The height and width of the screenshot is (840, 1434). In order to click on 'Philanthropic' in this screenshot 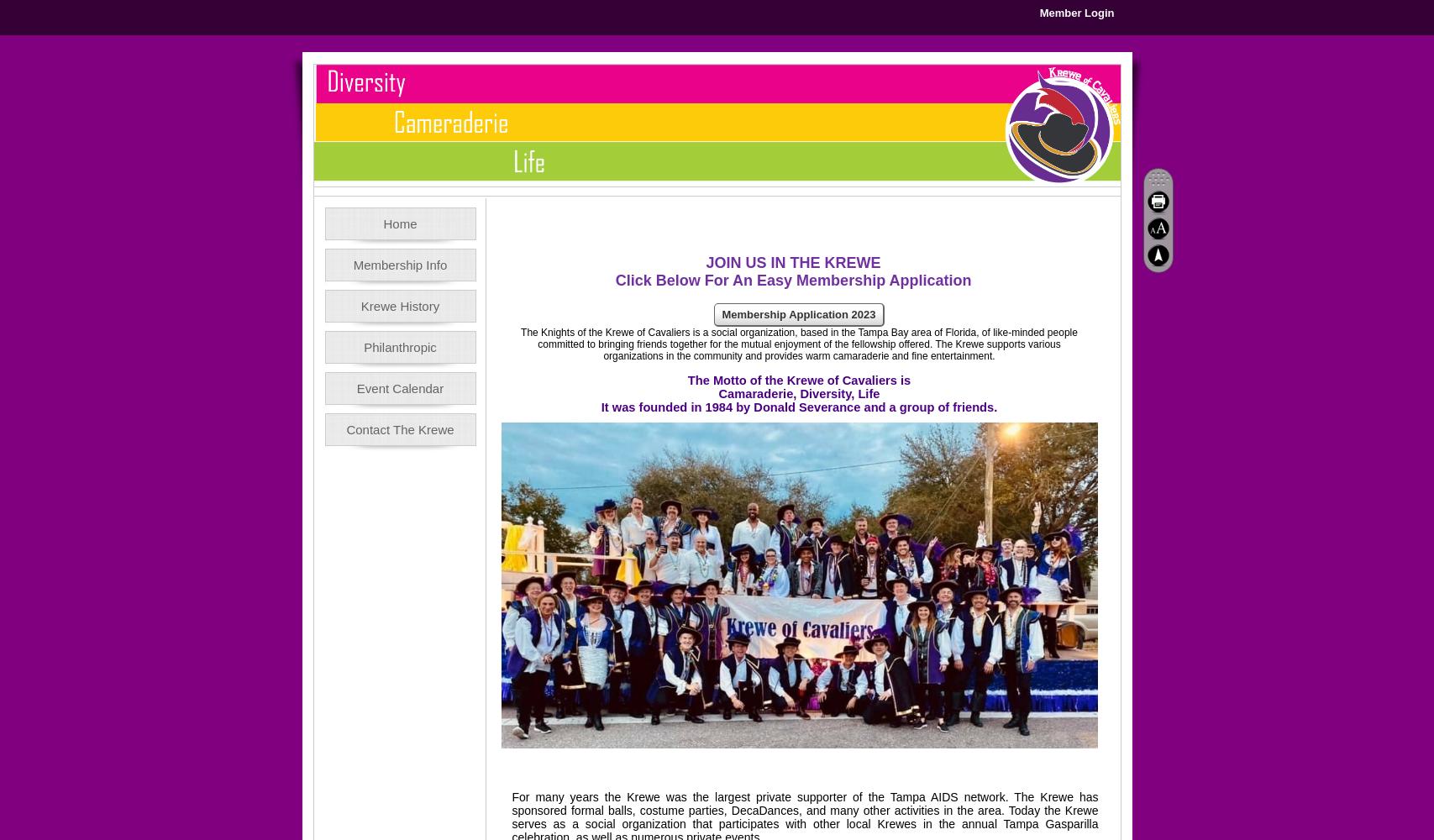, I will do `click(400, 347)`.